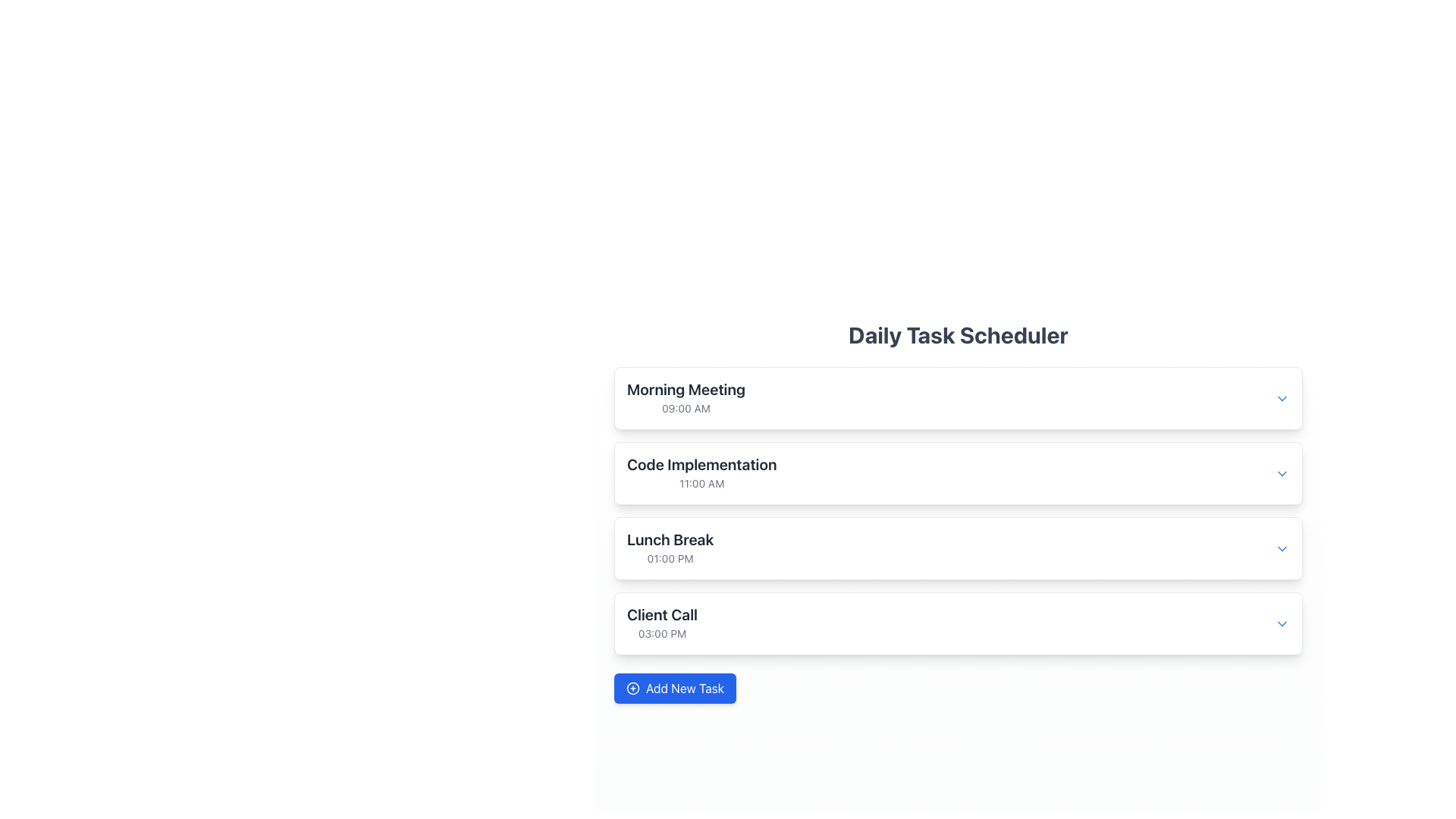  I want to click on text displayed in the gray color showing the time '03:00 PM' located in the bottom right section of the 'Client Call' task card, so click(662, 633).